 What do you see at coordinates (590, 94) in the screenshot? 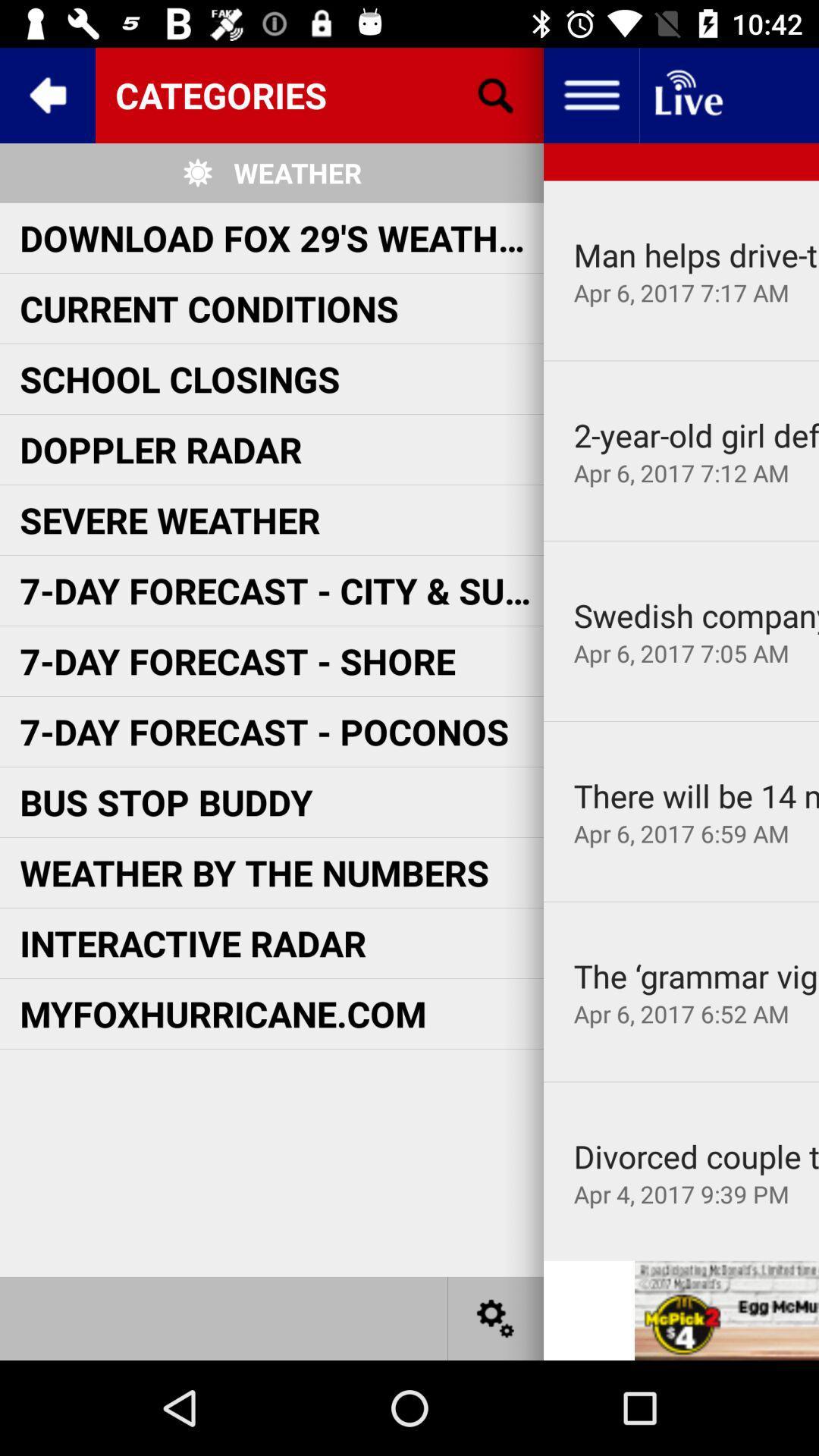
I see `the menu icon` at bounding box center [590, 94].